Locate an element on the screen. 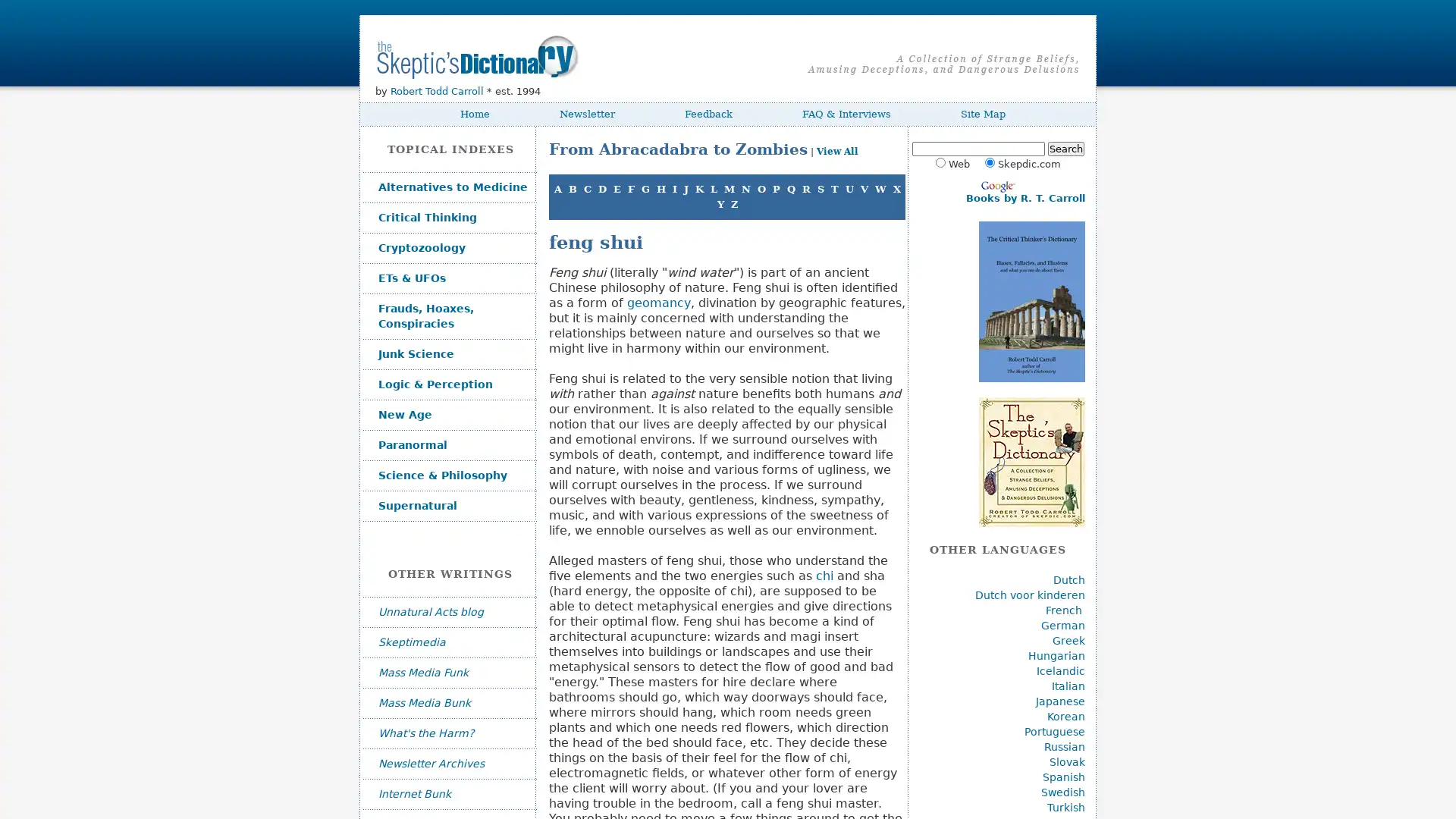  Search is located at coordinates (1065, 149).